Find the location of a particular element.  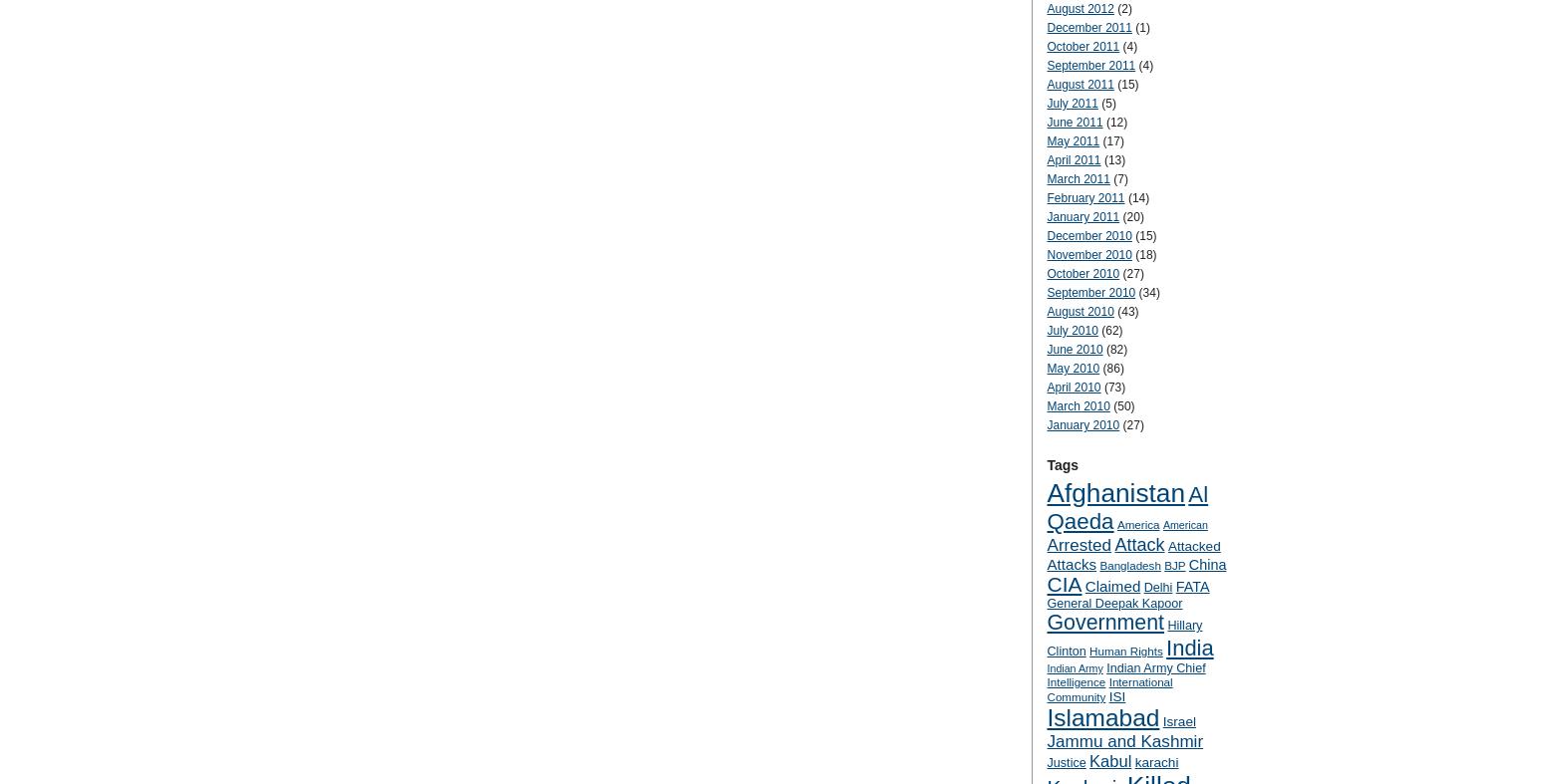

'Government' is located at coordinates (1104, 622).